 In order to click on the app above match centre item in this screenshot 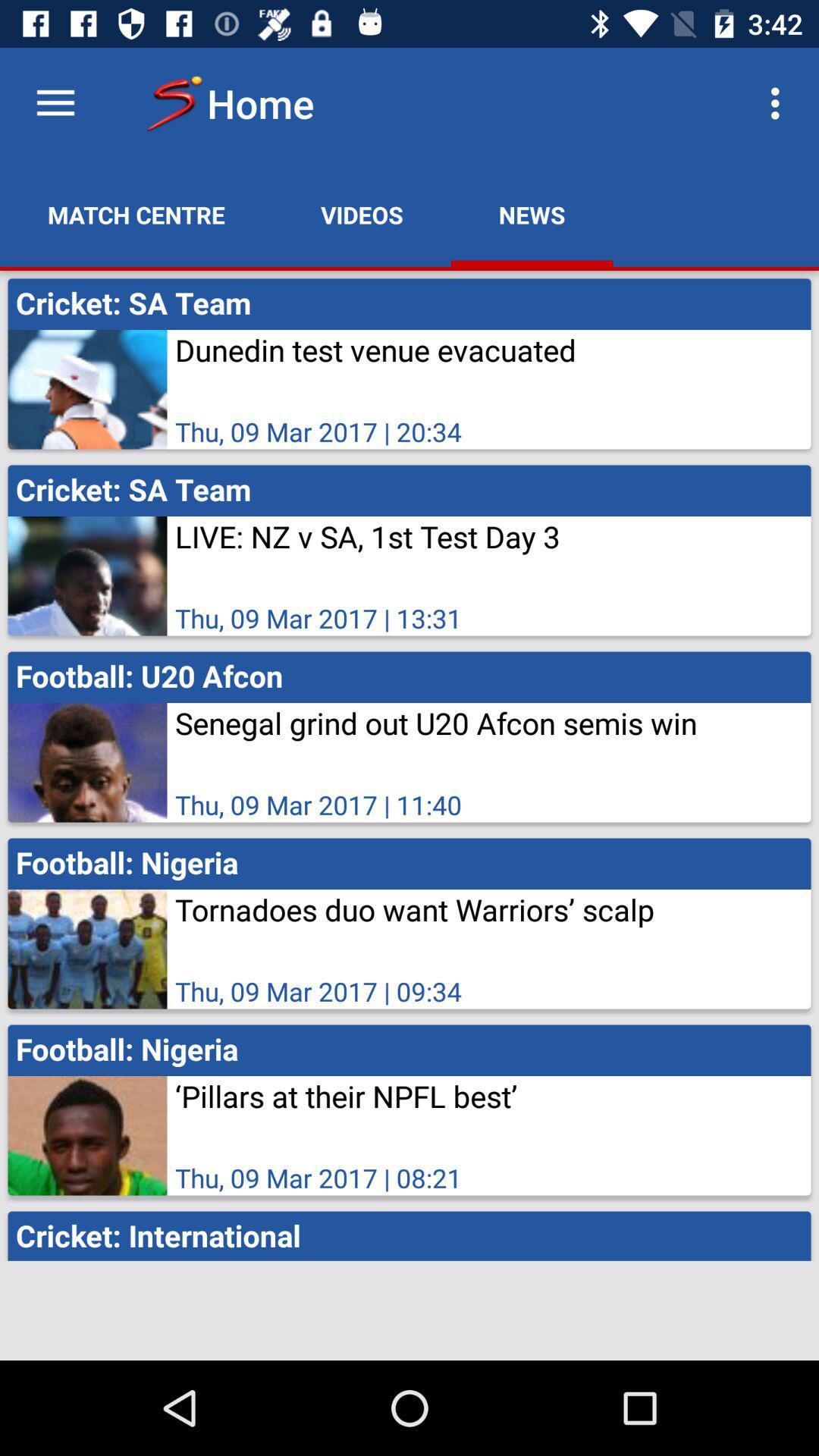, I will do `click(55, 102)`.